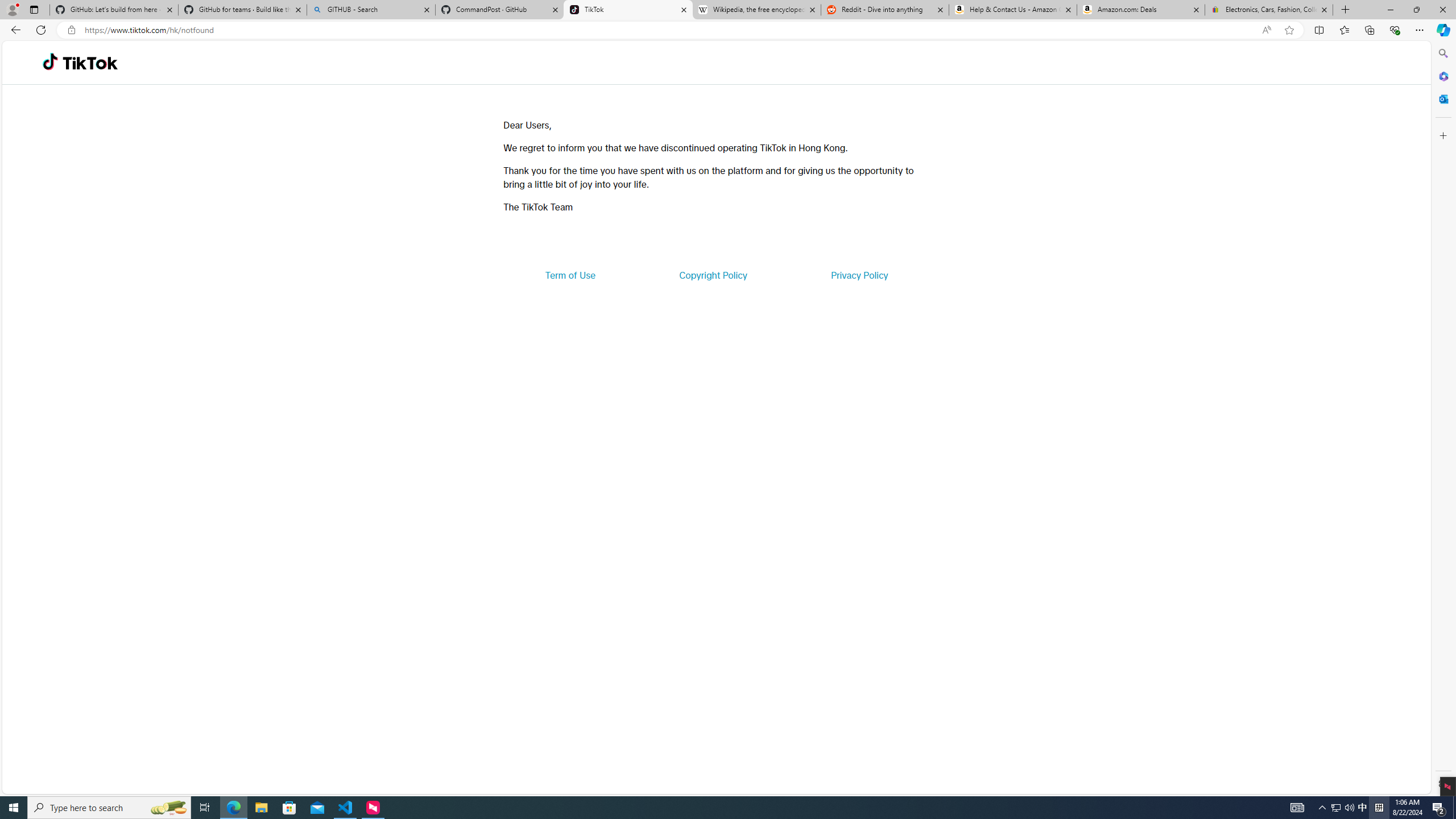 This screenshot has width=1456, height=819. I want to click on 'Reddit - Dive into anything', so click(885, 9).